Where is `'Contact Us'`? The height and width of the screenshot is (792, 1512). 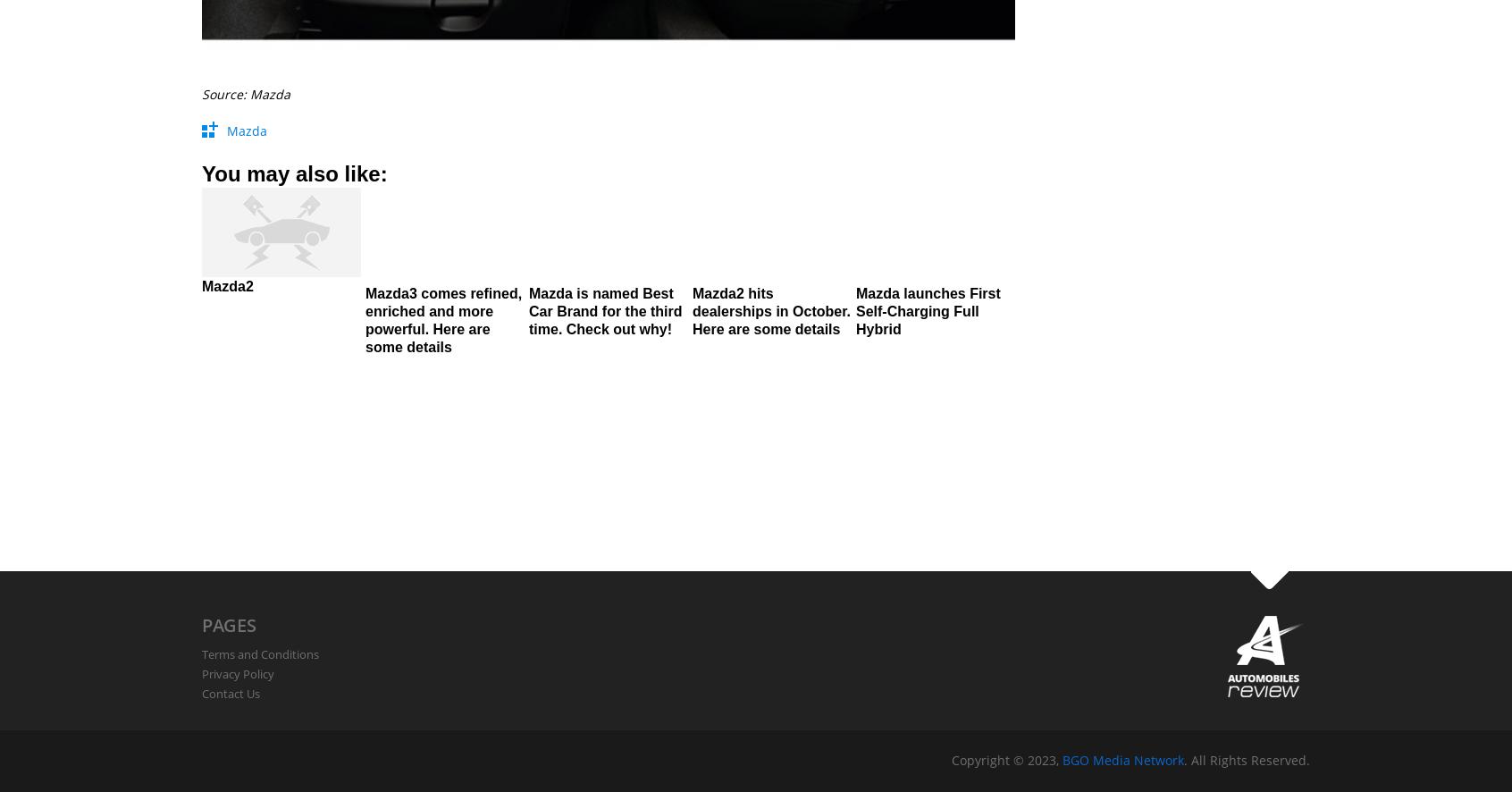 'Contact Us' is located at coordinates (231, 691).